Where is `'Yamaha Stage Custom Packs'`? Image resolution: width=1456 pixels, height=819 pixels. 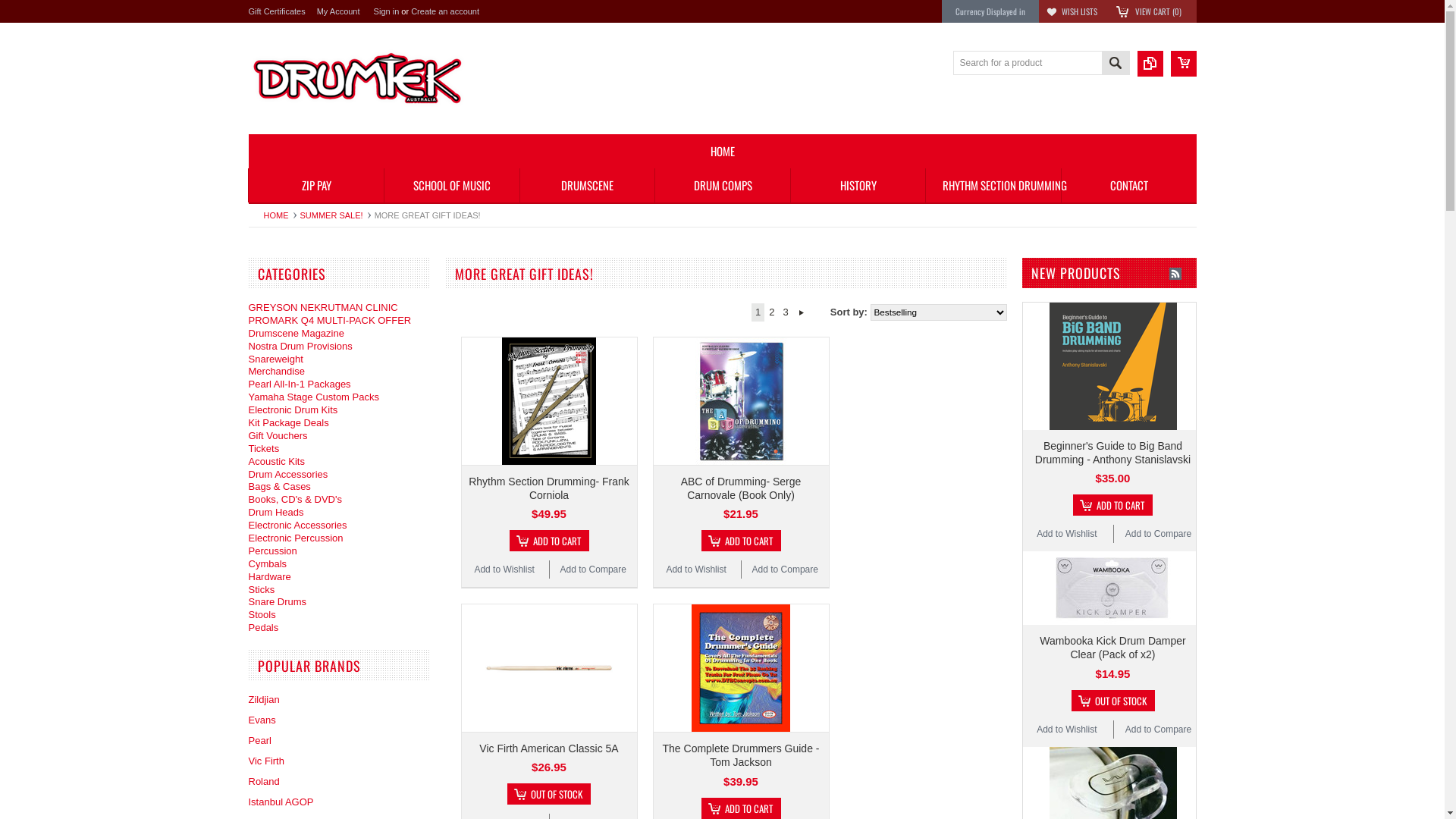
'Yamaha Stage Custom Packs' is located at coordinates (248, 396).